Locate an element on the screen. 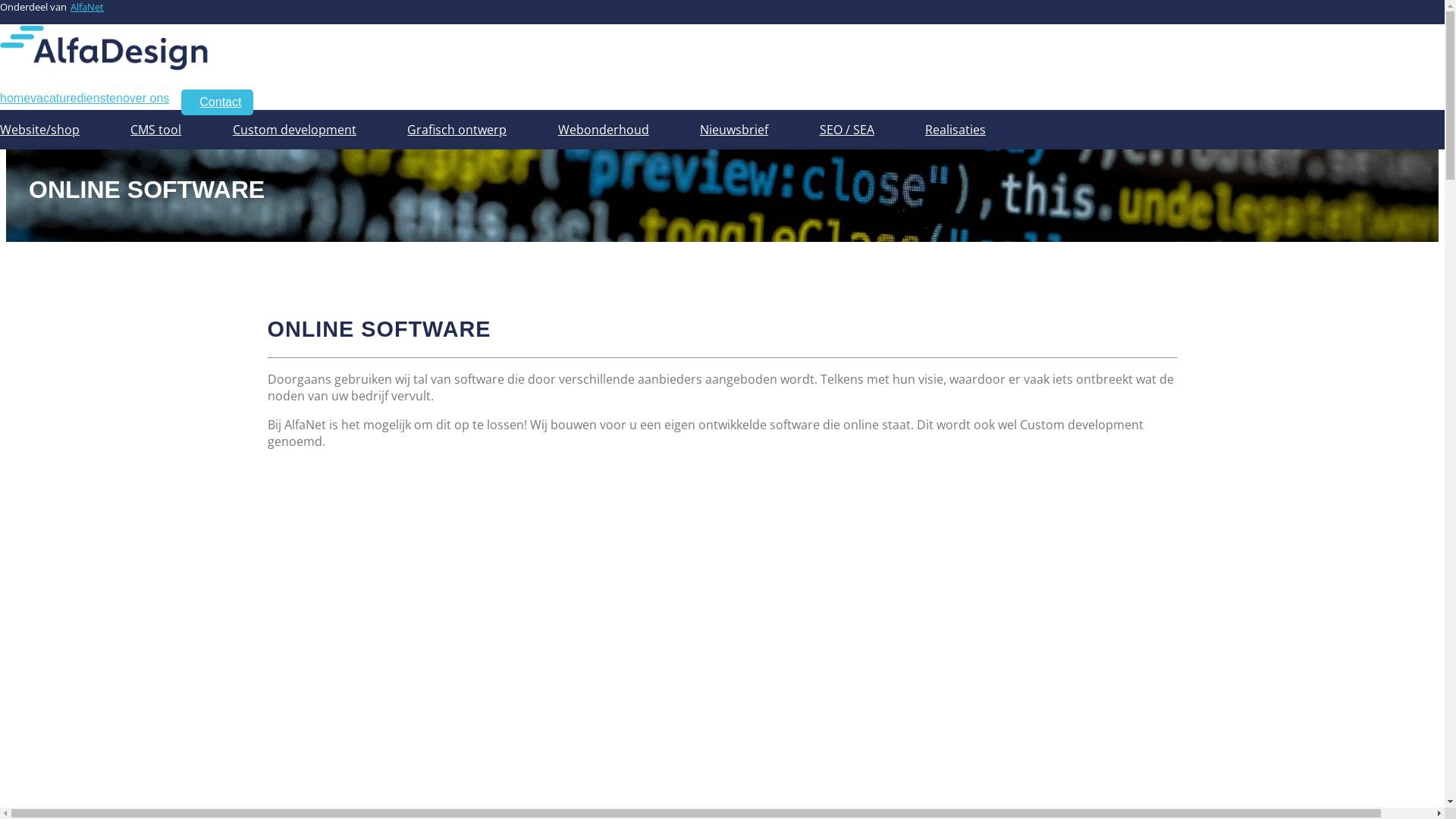  'home' is located at coordinates (0, 98).